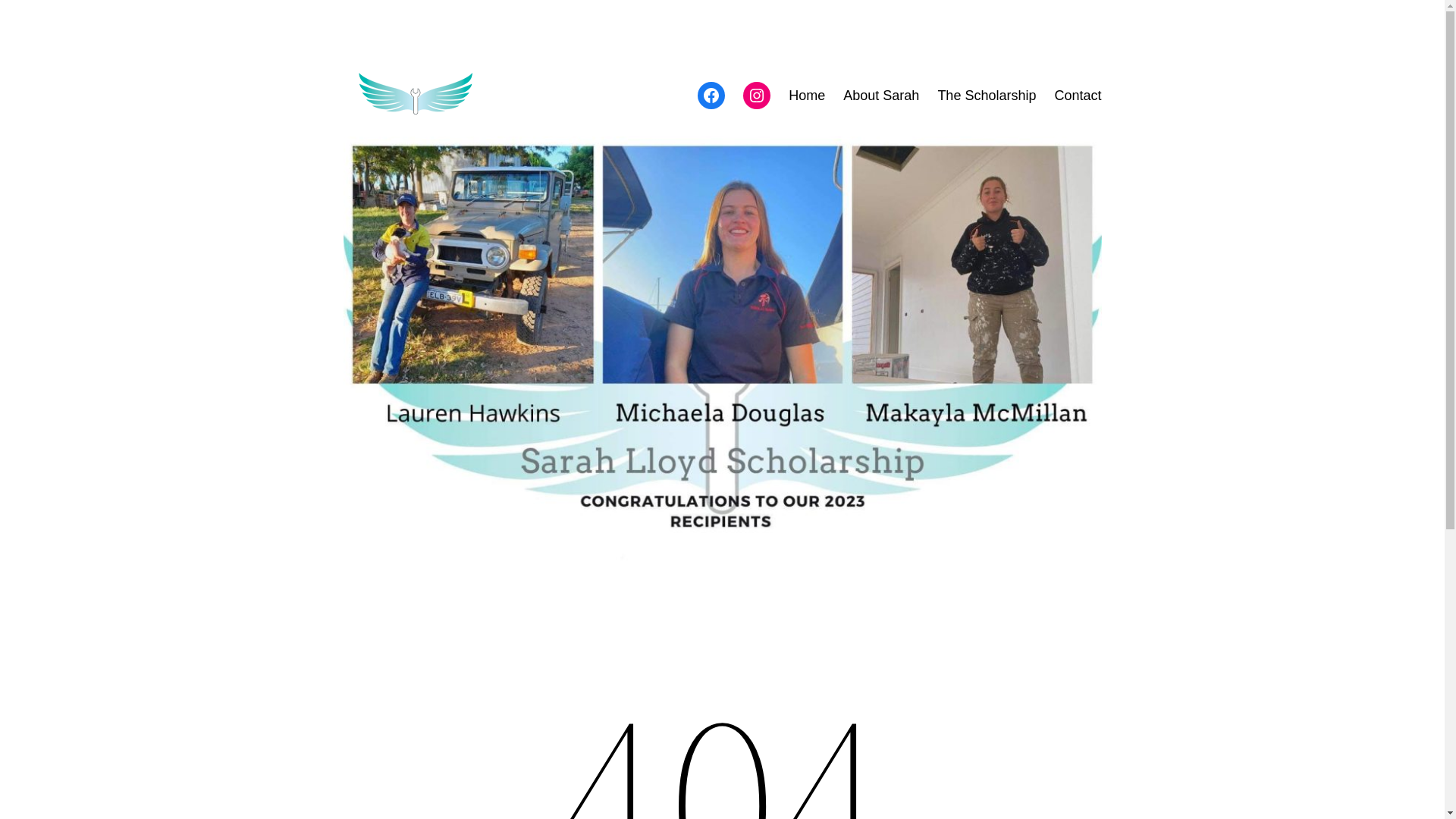  What do you see at coordinates (710, 96) in the screenshot?
I see `'Facebook'` at bounding box center [710, 96].